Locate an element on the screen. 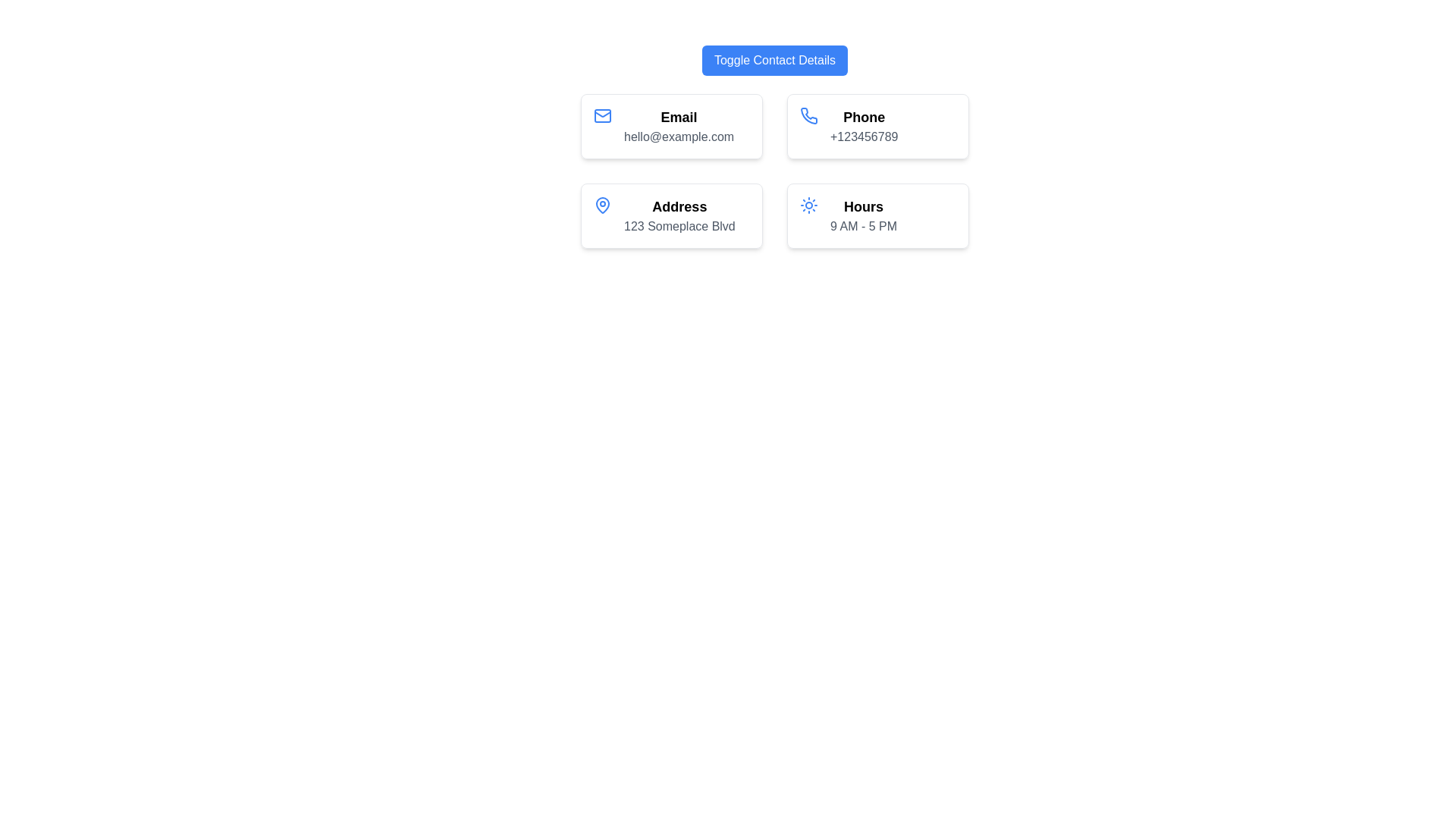 The width and height of the screenshot is (1456, 819). the blue pin icon located within the 'Address' card, which is the third card in a grid of contact details is located at coordinates (602, 205).